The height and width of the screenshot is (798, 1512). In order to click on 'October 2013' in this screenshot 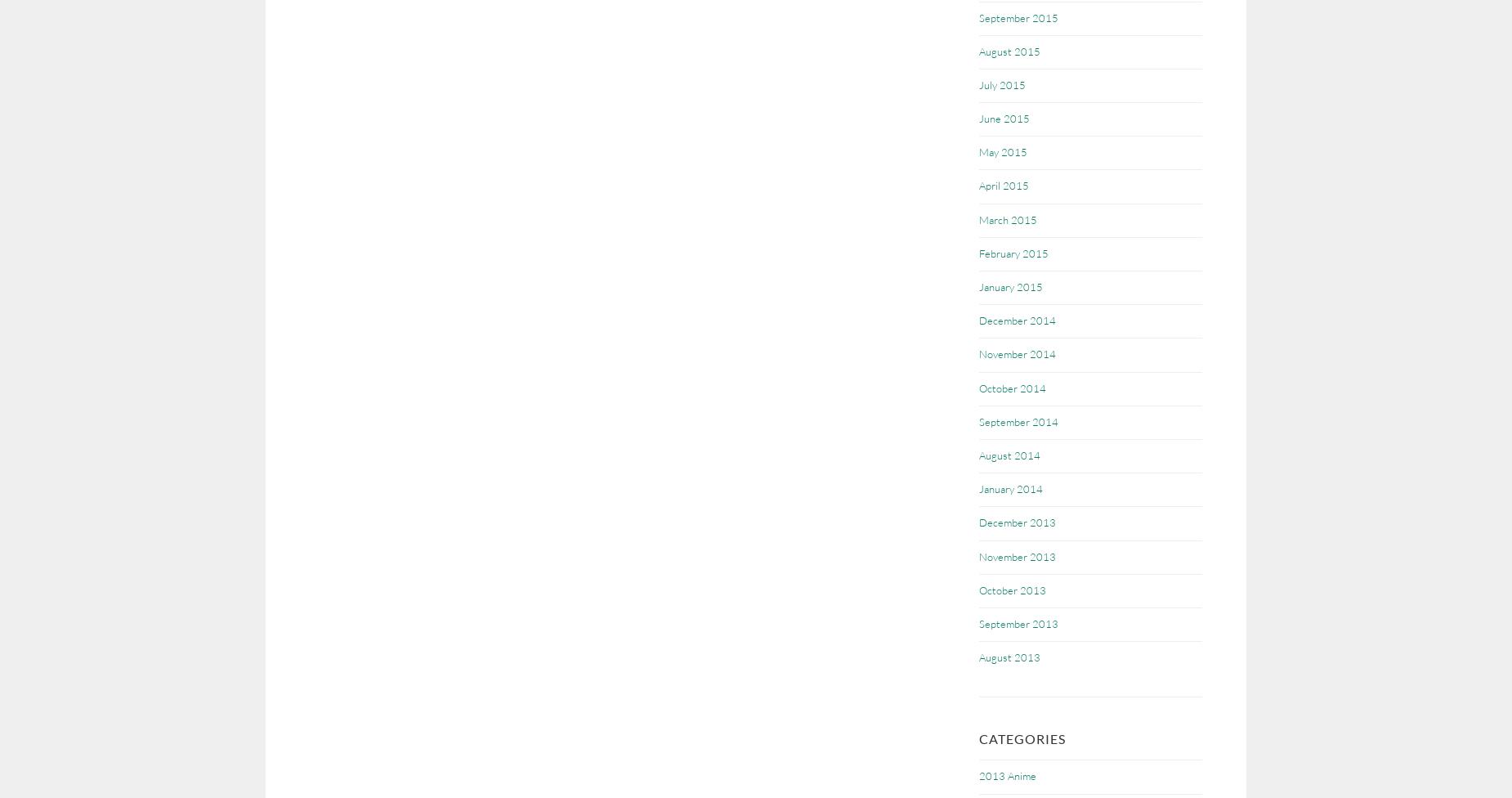, I will do `click(1011, 588)`.